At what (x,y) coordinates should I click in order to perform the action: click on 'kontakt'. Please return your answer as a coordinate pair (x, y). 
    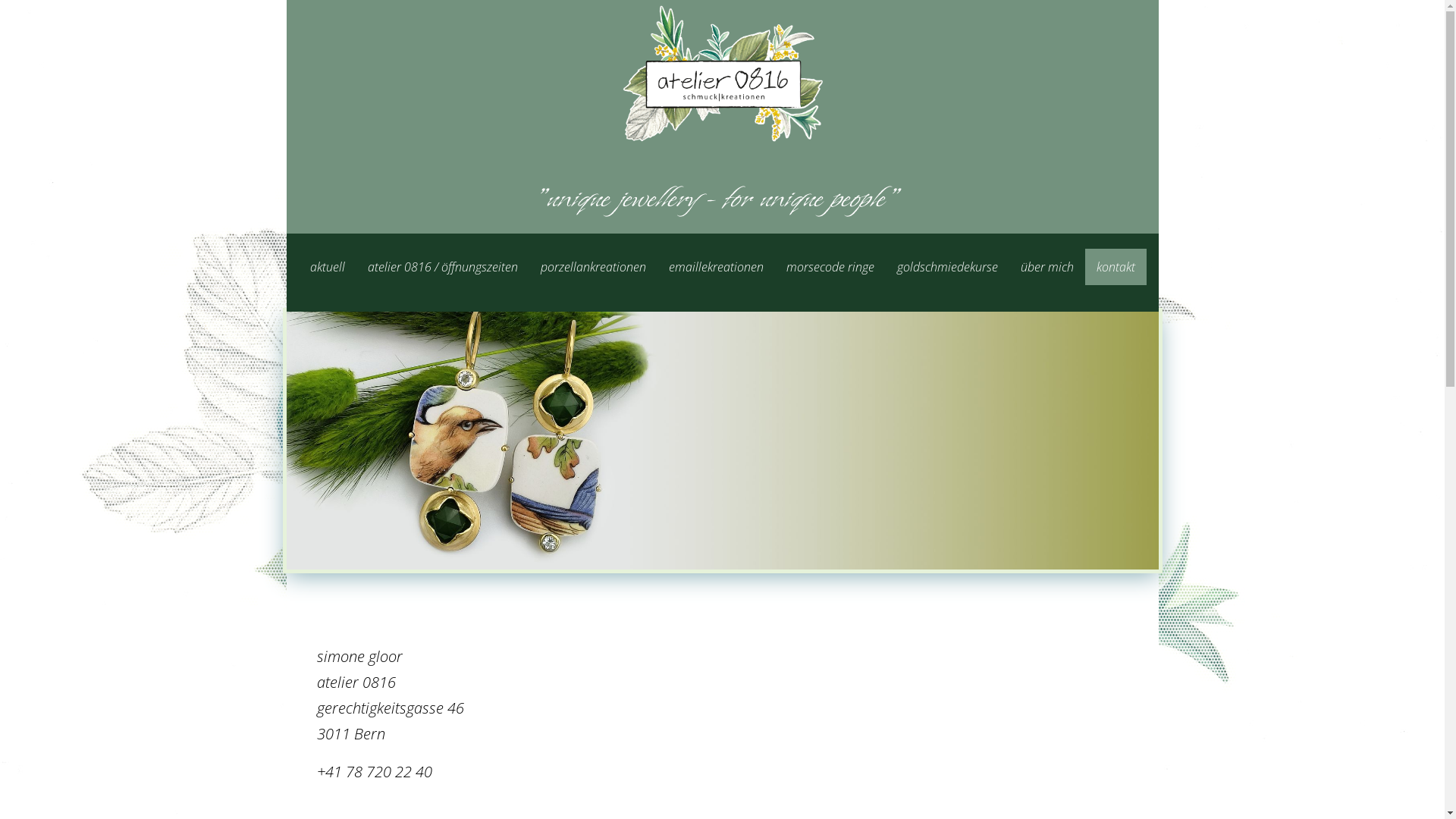
    Looking at the image, I should click on (1115, 265).